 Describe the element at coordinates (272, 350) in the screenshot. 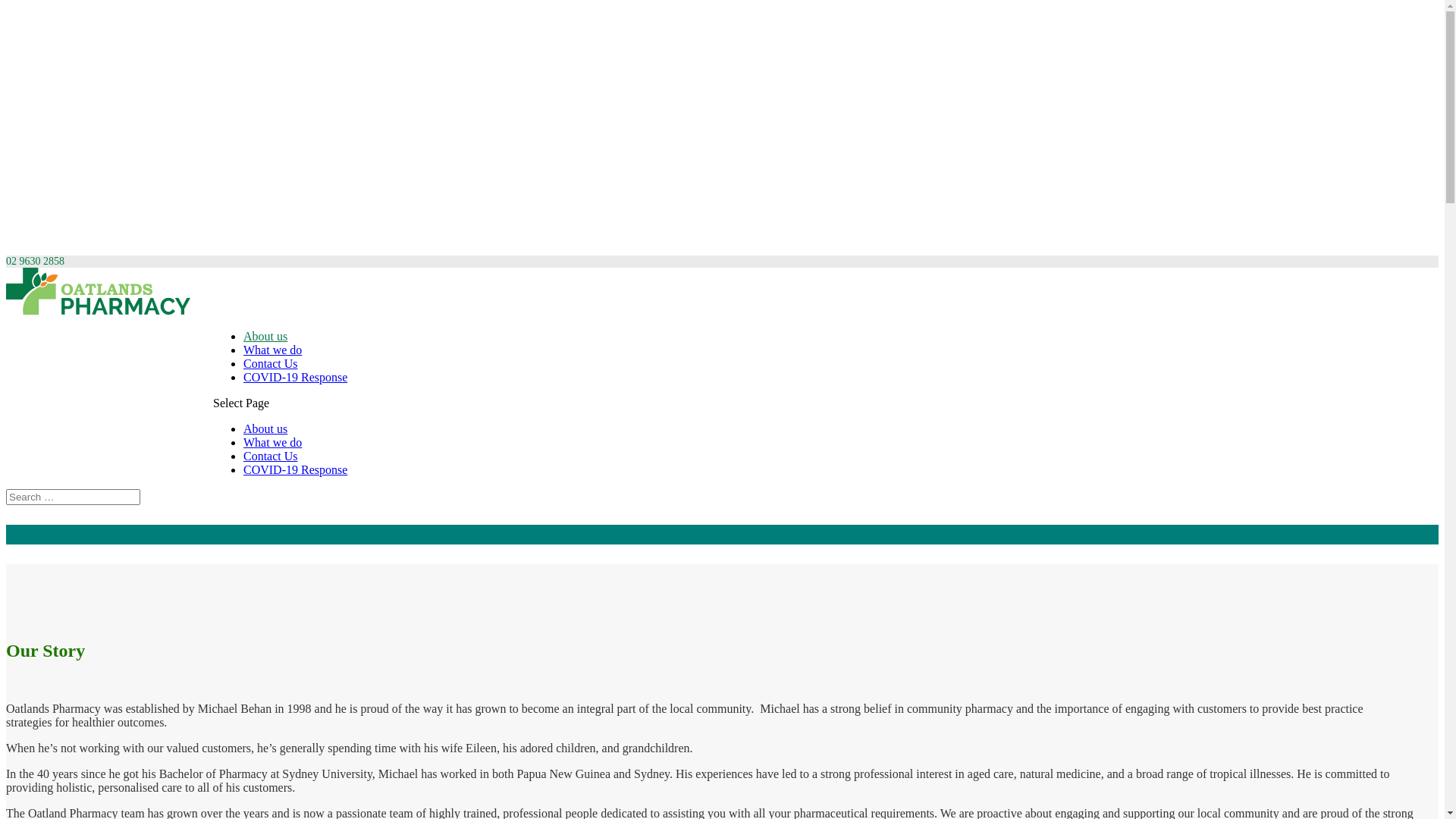

I see `'What we do'` at that location.